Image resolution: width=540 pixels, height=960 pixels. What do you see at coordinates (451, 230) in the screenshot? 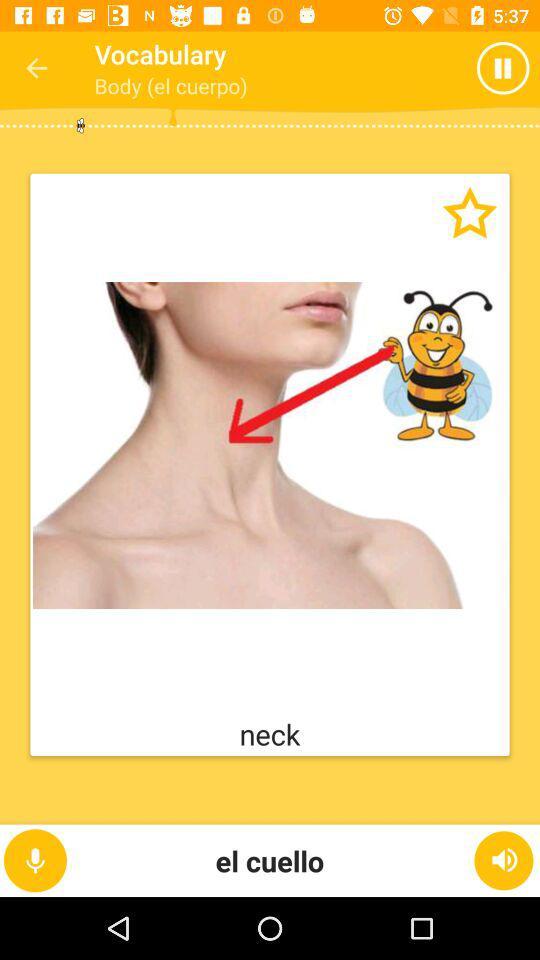
I see `the icon above the neck icon` at bounding box center [451, 230].